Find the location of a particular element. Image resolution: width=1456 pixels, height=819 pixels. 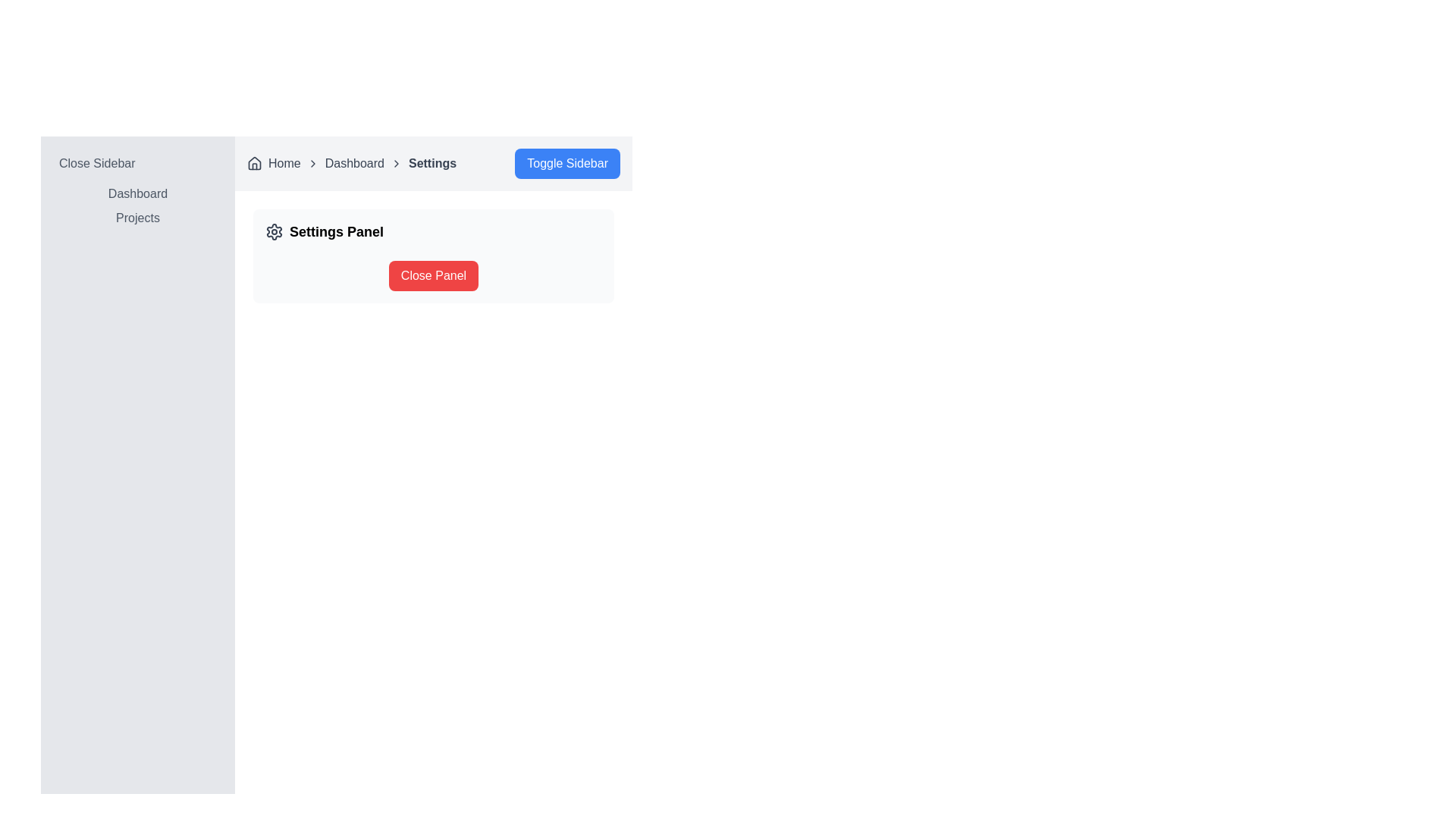

the button located in the top bar towards the right end, which toggles the visibility of the sidebar is located at coordinates (566, 164).